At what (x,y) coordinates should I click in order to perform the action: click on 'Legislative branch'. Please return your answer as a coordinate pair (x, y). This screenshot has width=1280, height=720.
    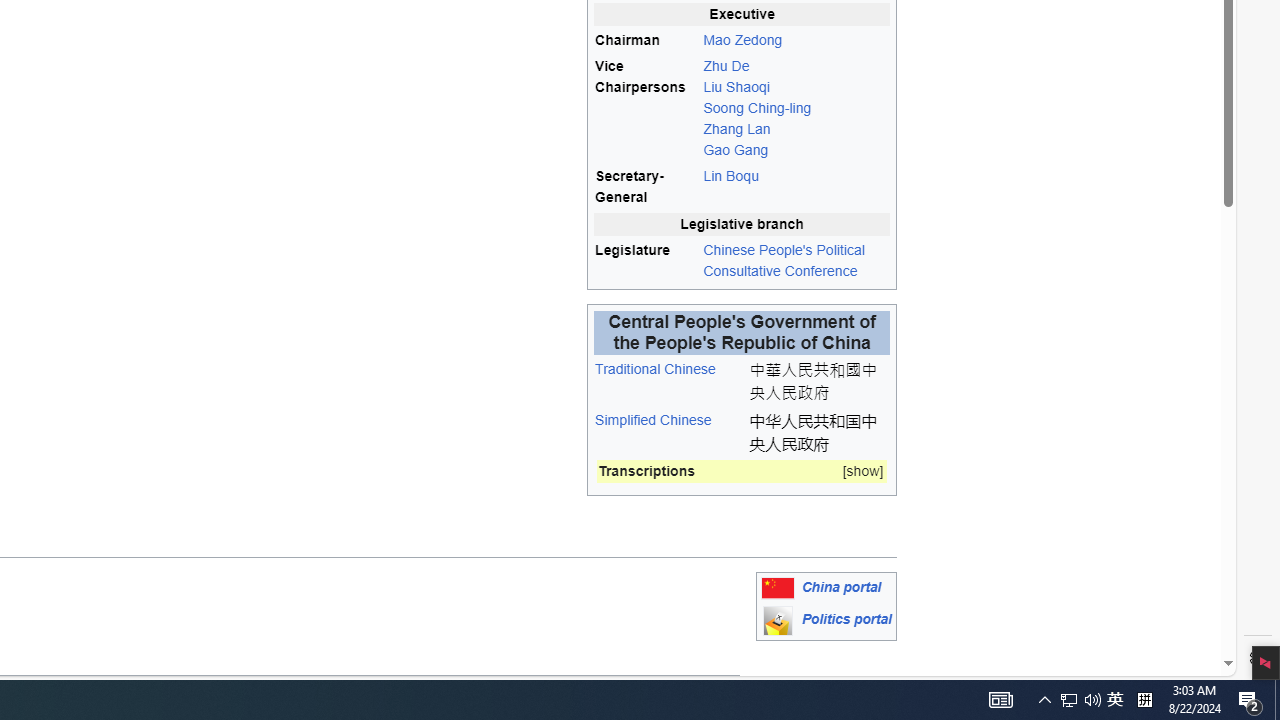
    Looking at the image, I should click on (741, 223).